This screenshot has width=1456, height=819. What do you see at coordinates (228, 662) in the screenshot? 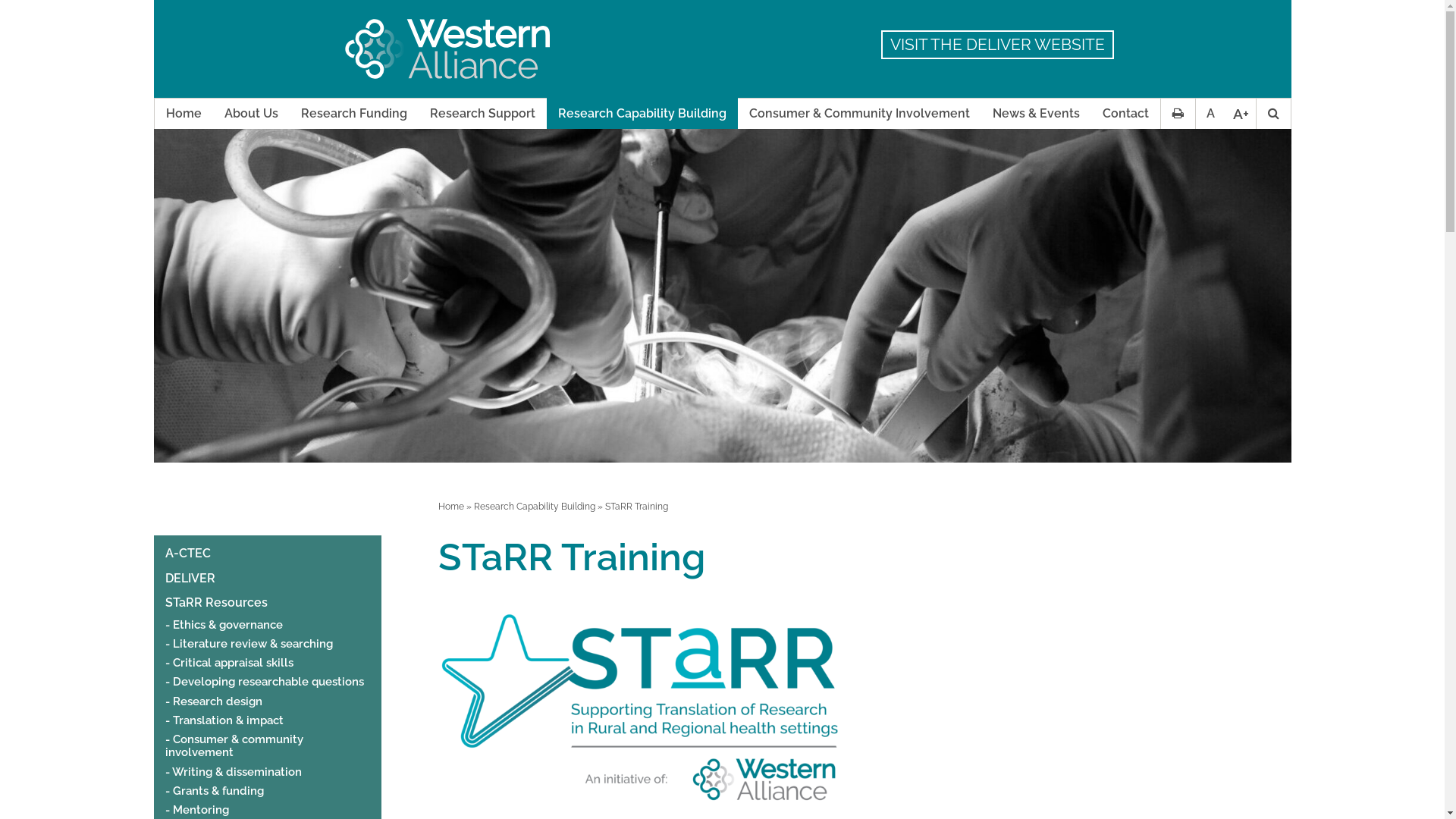
I see `'Critical appraisal skills'` at bounding box center [228, 662].